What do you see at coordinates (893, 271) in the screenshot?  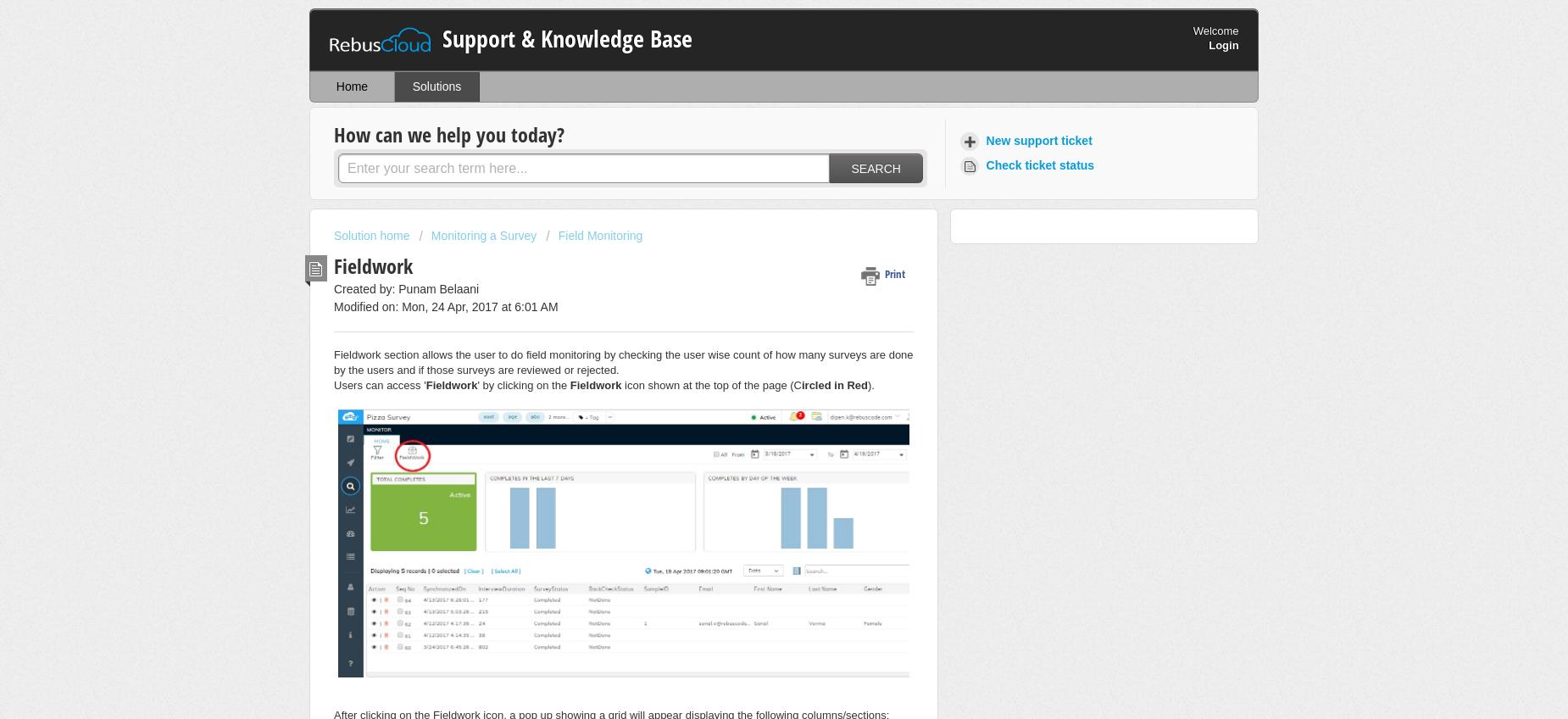 I see `'Print'` at bounding box center [893, 271].